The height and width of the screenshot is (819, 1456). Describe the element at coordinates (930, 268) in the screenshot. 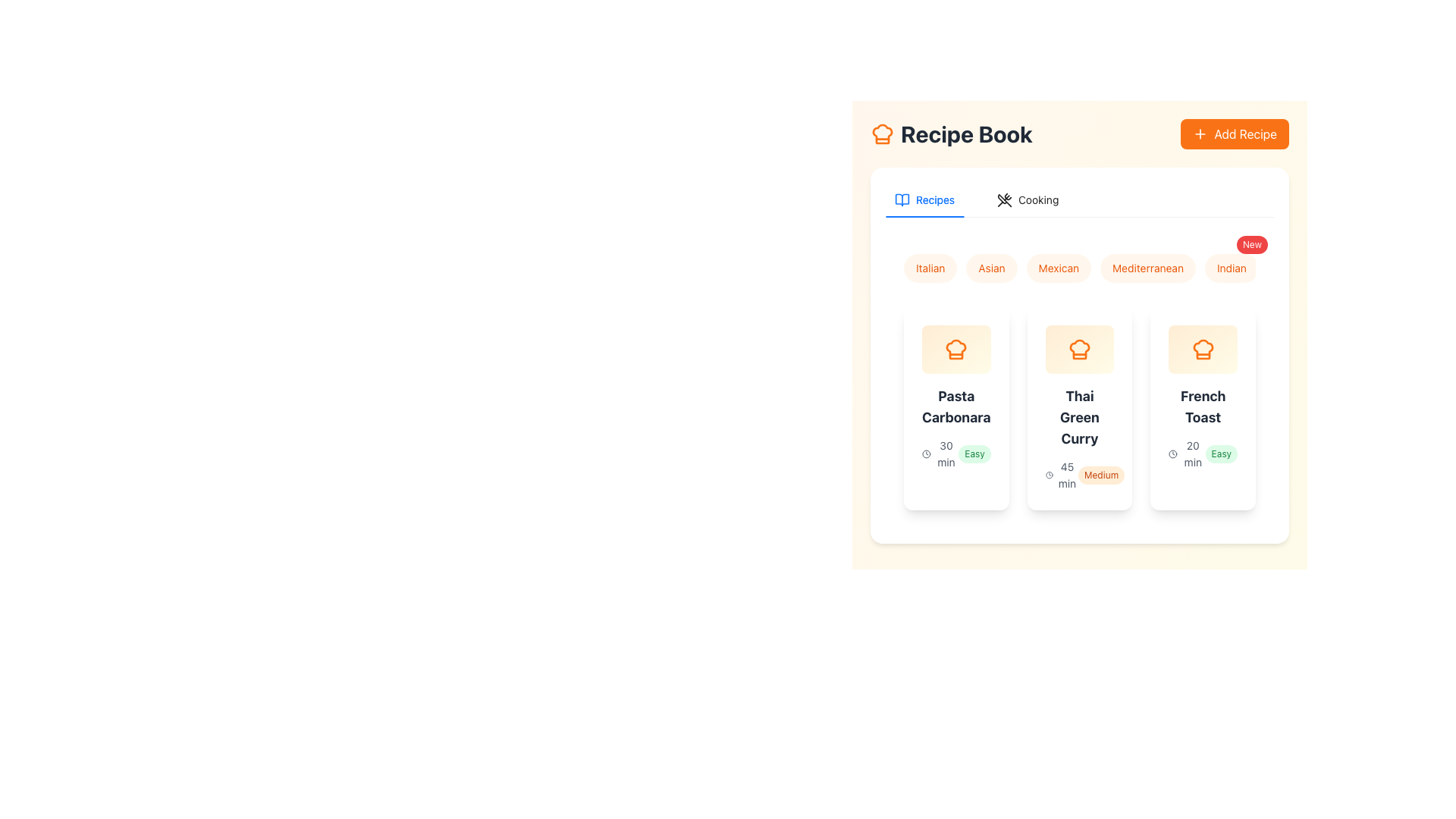

I see `the 'Italian' filter button to filter the displayed recipes to show only Italian recipes` at that location.